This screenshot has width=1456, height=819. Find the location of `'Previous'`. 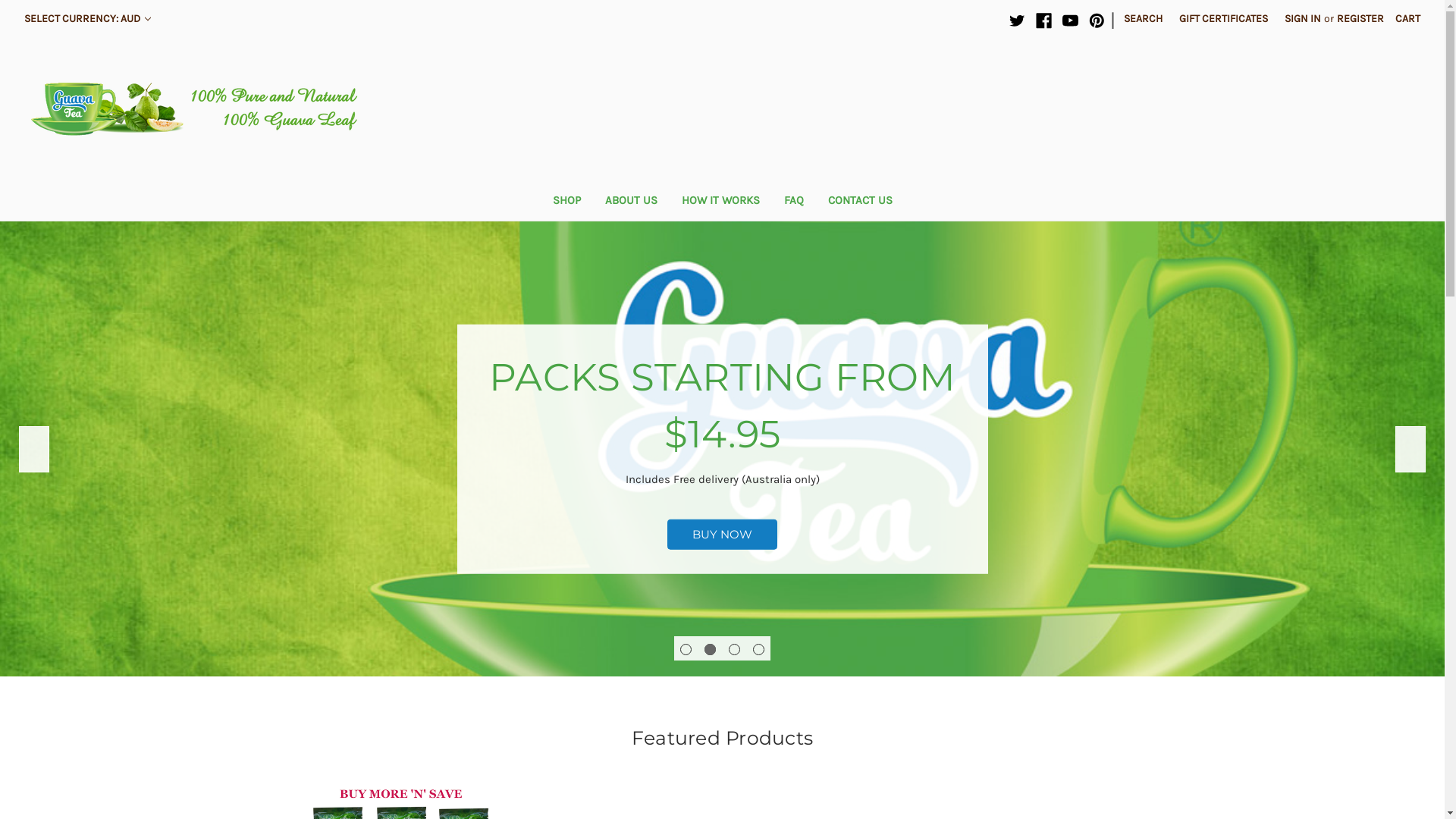

'Previous' is located at coordinates (33, 448).